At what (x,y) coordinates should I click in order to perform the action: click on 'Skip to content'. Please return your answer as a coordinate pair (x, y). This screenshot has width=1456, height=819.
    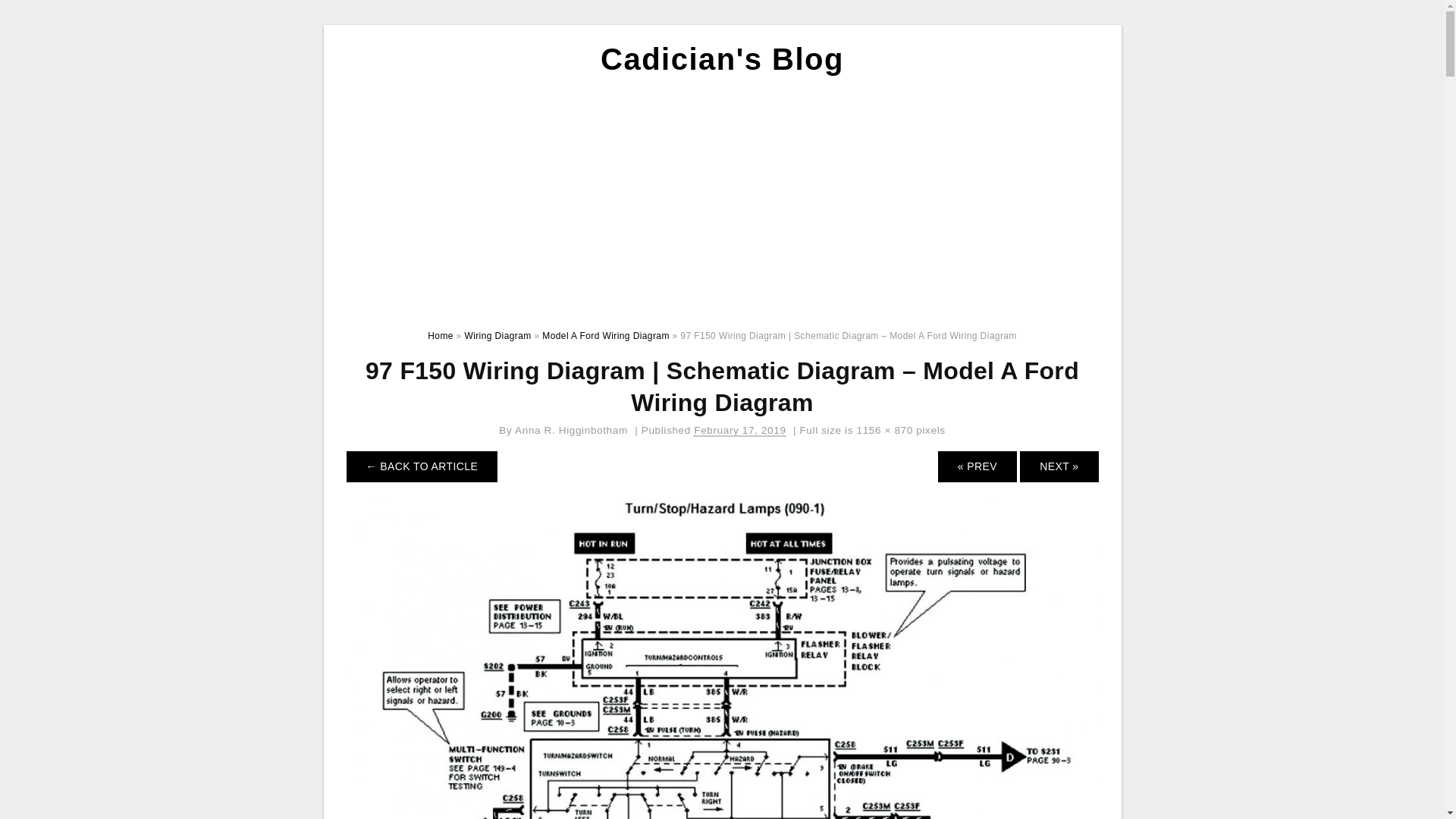
    Looking at the image, I should click on (333, 24).